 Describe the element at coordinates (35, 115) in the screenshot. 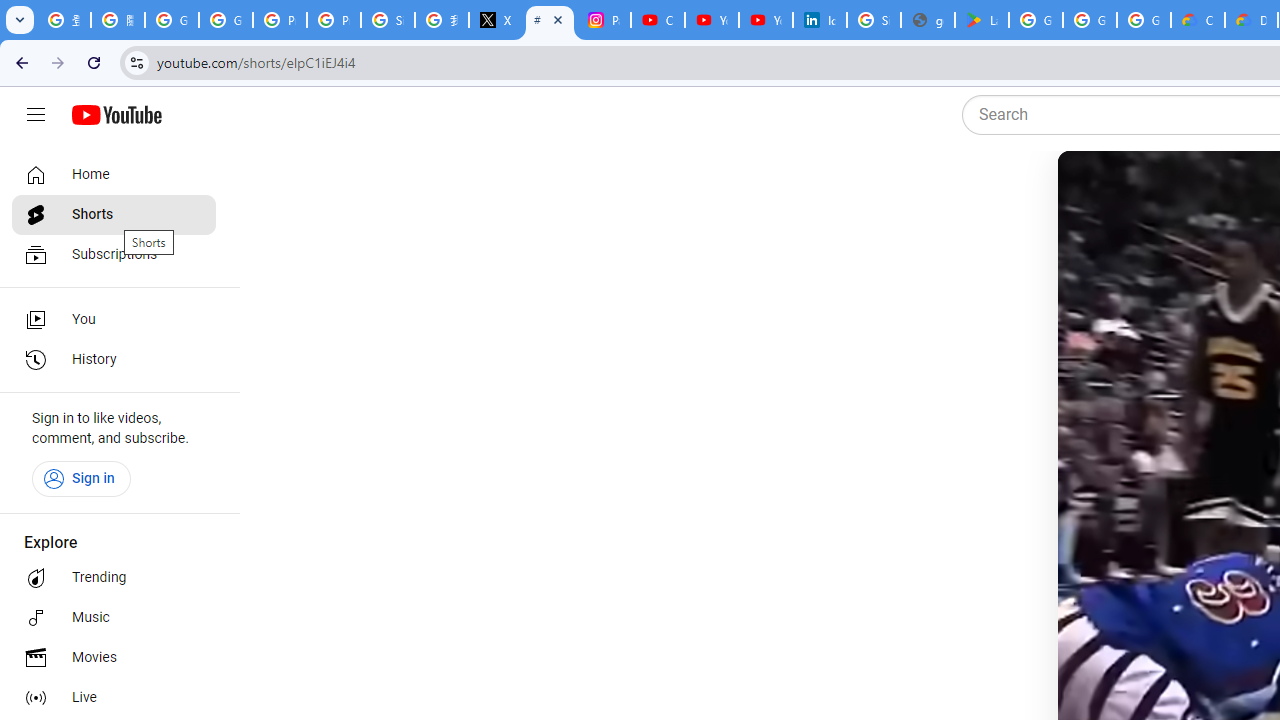

I see `'Guide'` at that location.